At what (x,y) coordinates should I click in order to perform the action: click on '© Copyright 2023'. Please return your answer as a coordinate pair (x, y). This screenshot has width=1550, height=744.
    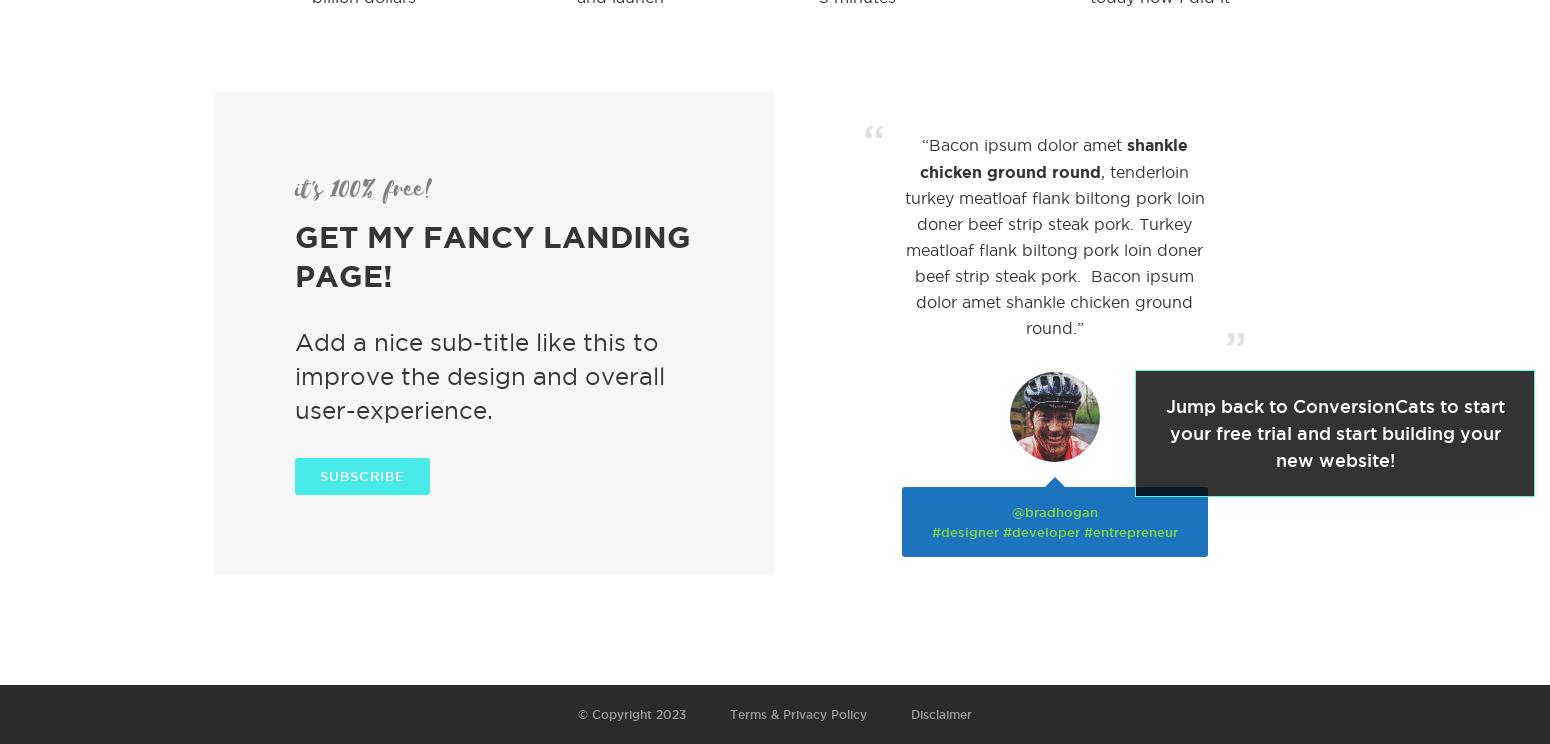
    Looking at the image, I should click on (577, 713).